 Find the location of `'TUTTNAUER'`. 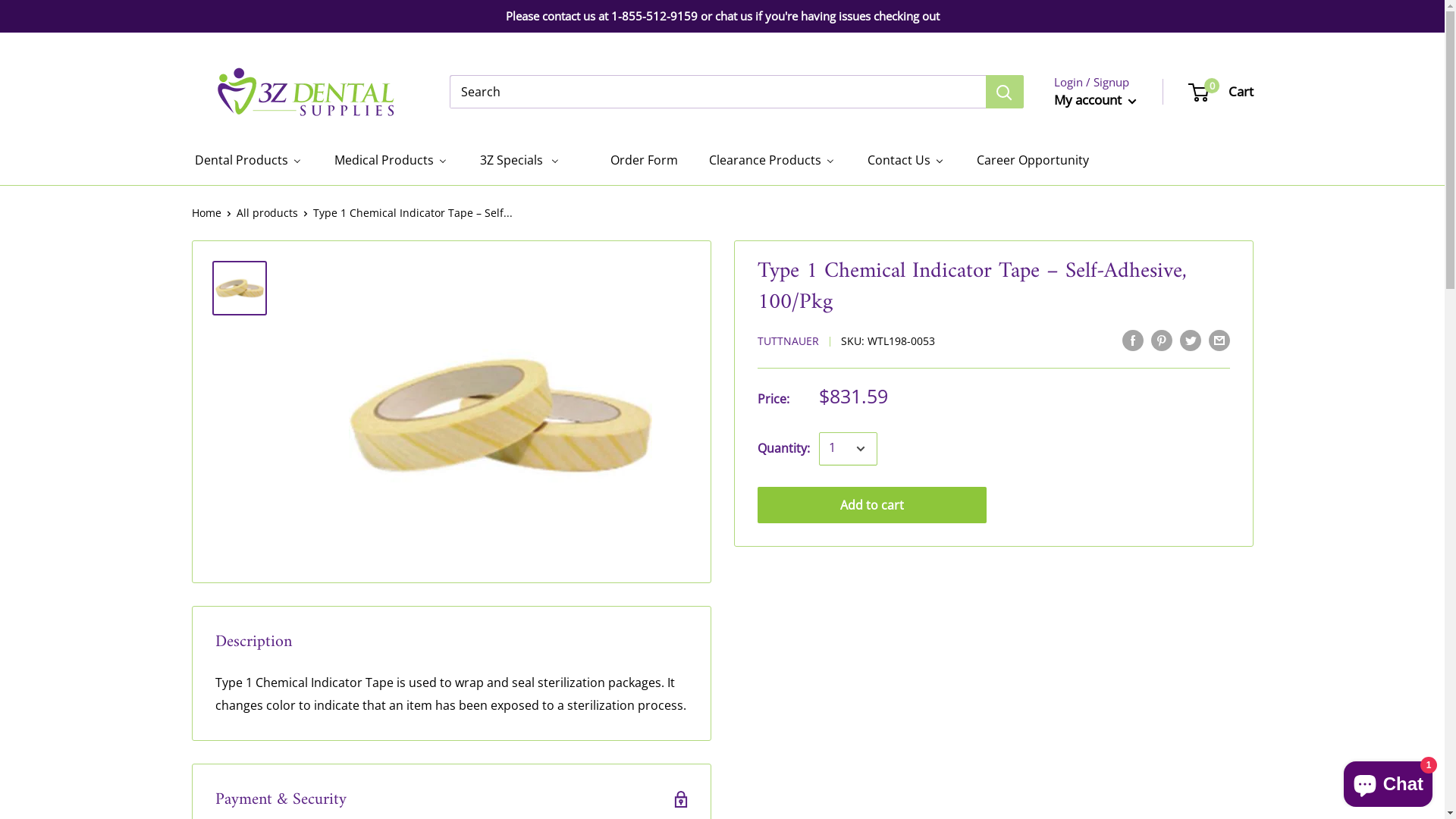

'TUTTNAUER' is located at coordinates (787, 340).